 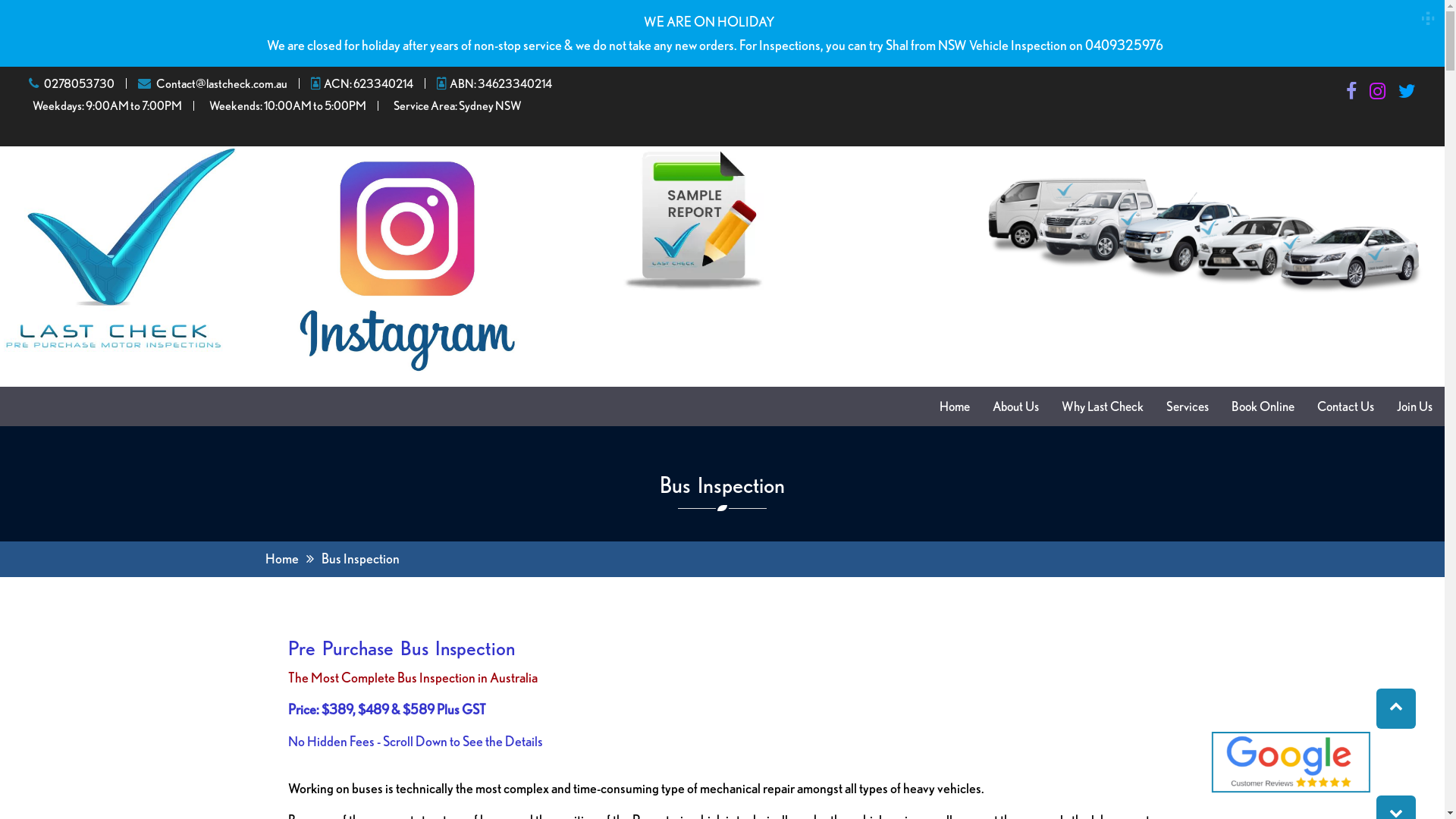 I want to click on 'Last Check Instagram Account', so click(x=406, y=265).